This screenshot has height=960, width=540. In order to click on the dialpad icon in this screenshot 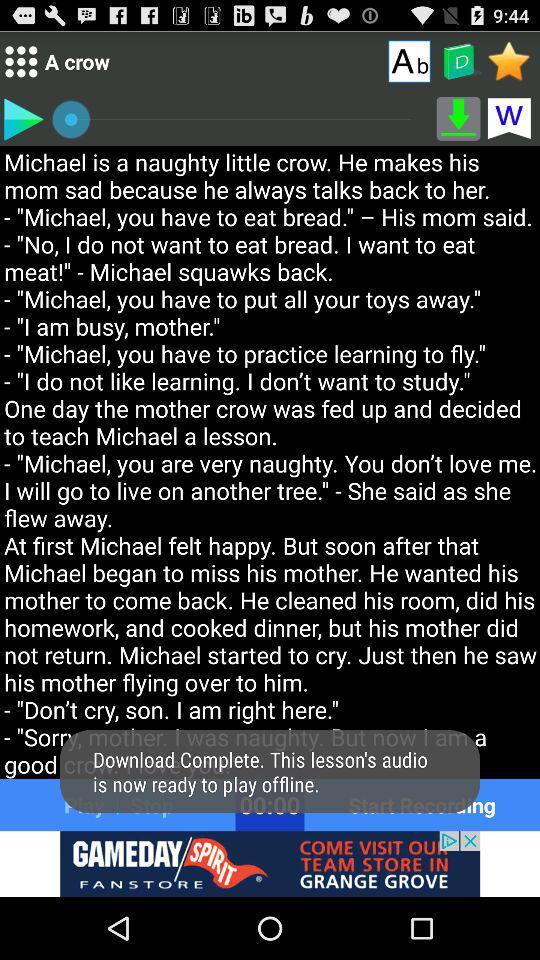, I will do `click(20, 66)`.